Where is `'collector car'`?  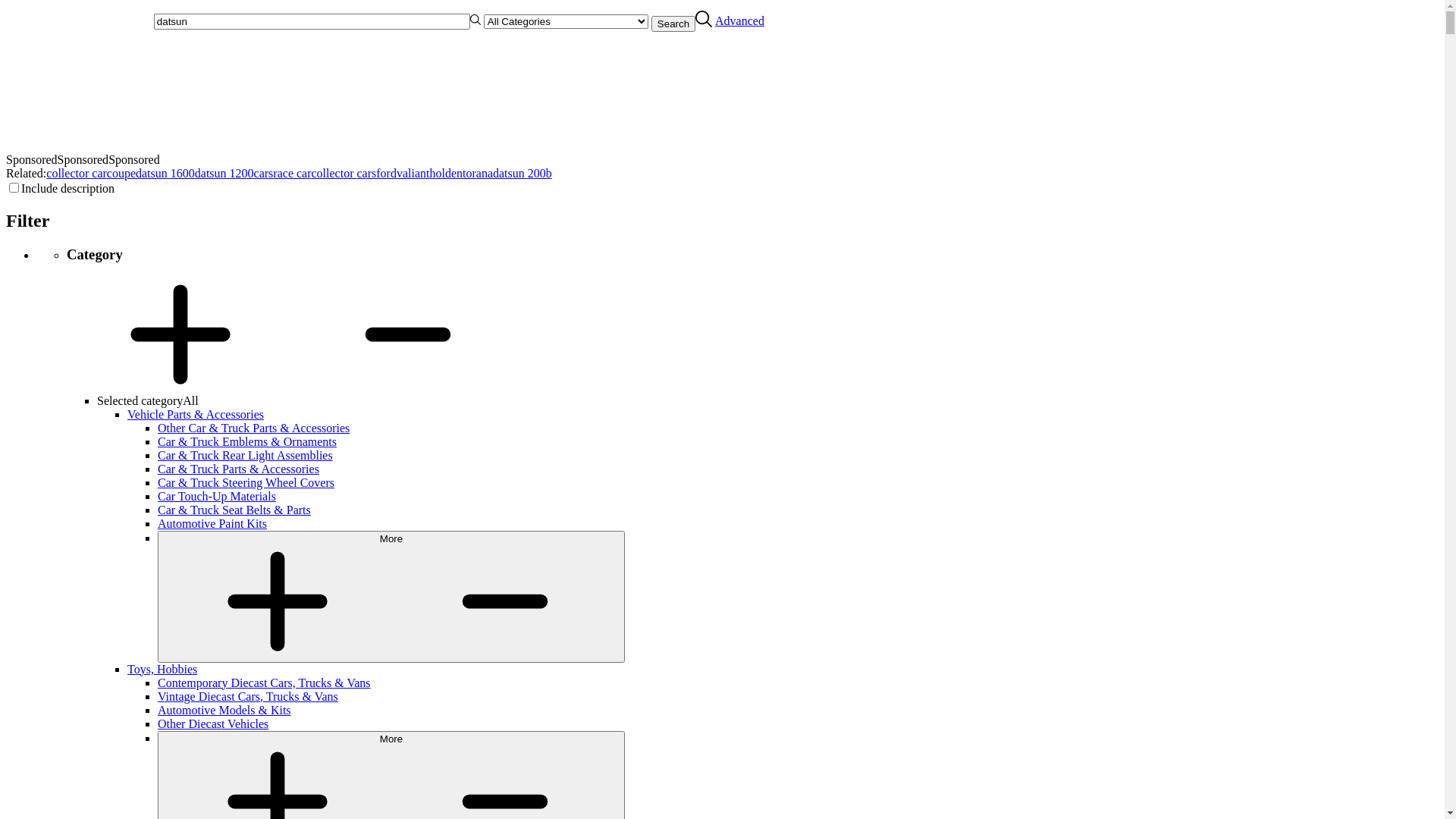 'collector car' is located at coordinates (75, 172).